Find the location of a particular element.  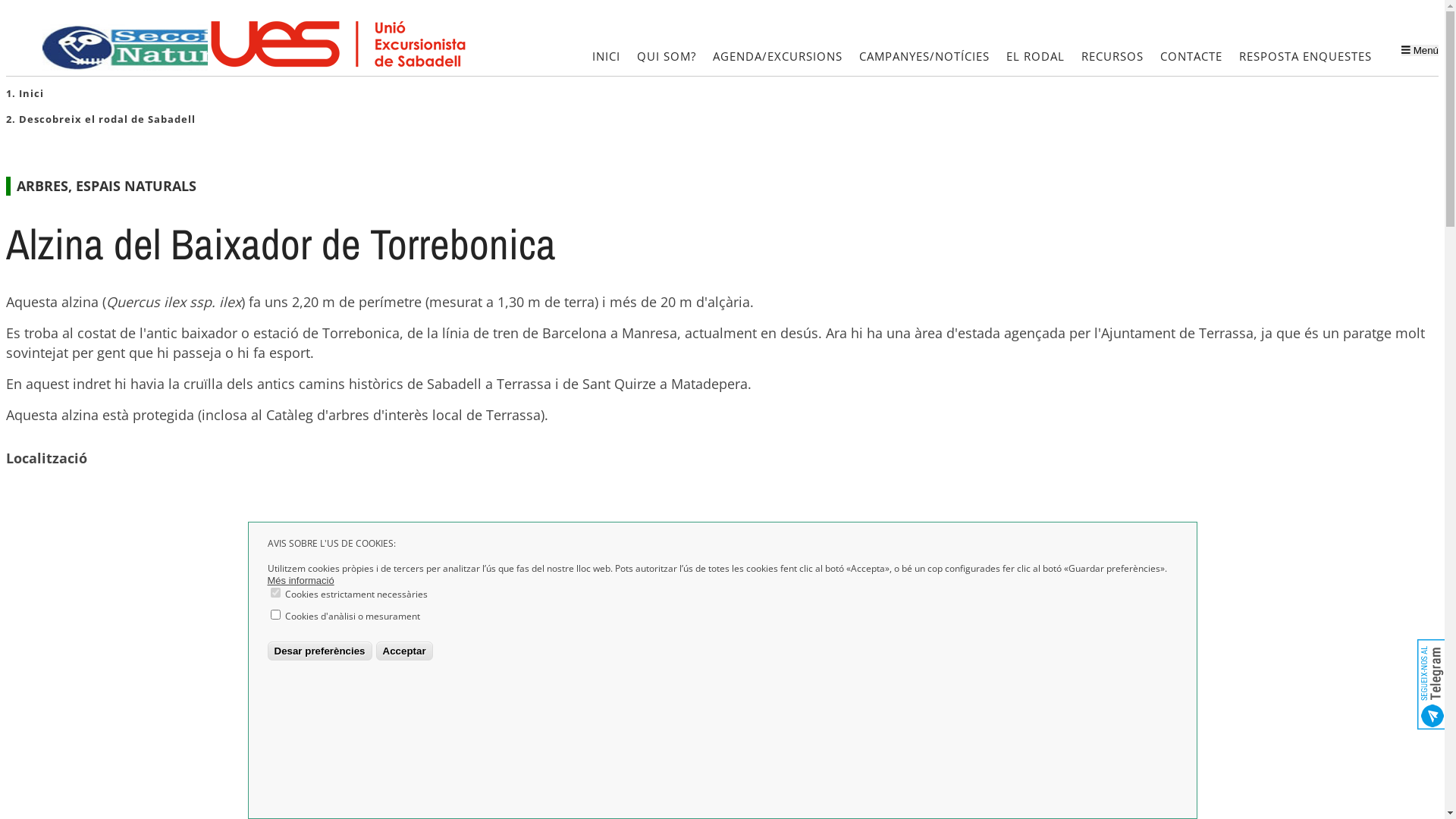

'RESPOSTA ENQUESTES' is located at coordinates (1304, 56).